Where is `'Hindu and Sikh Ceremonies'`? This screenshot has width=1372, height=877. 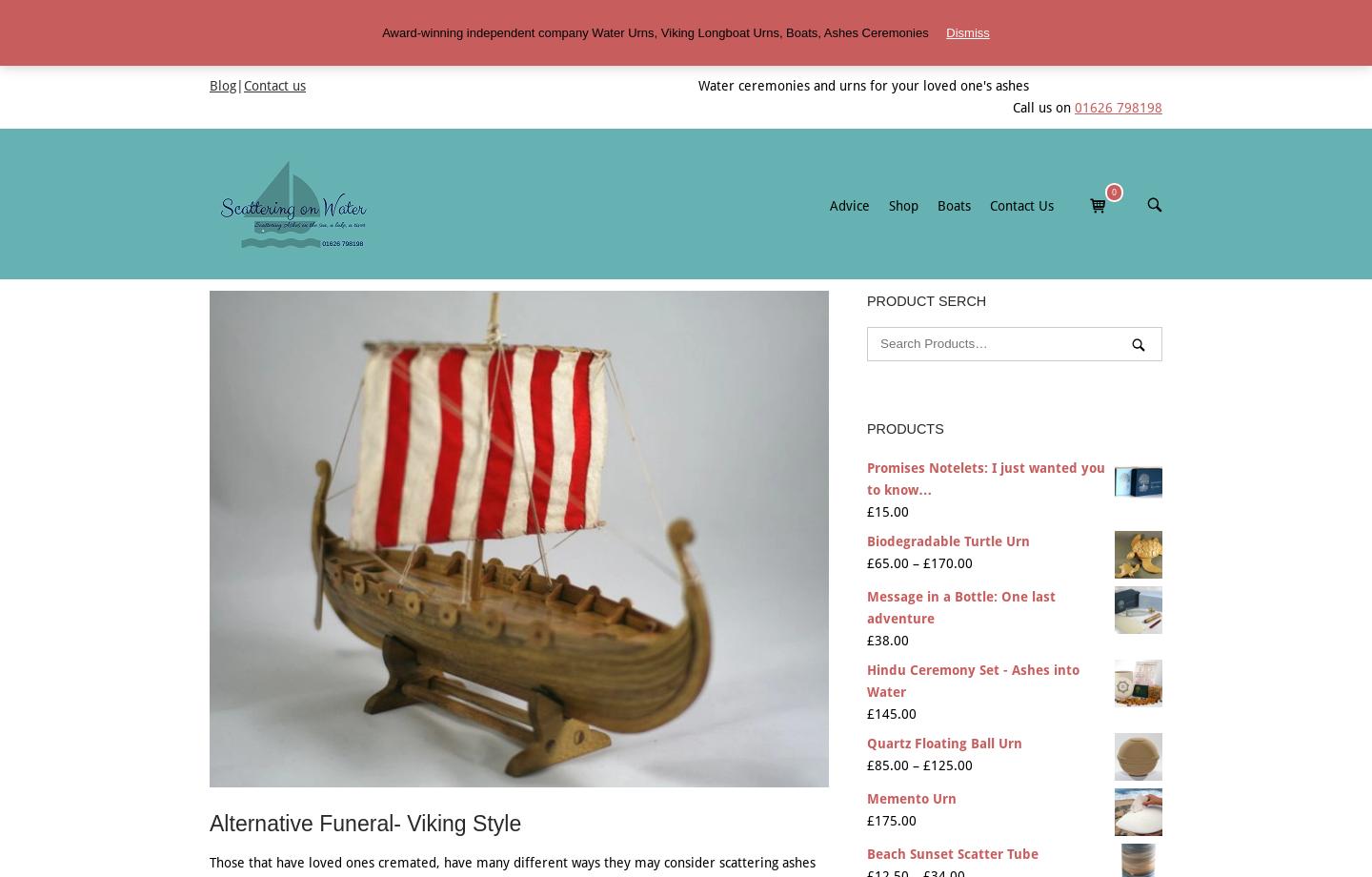 'Hindu and Sikh Ceremonies' is located at coordinates (878, 309).